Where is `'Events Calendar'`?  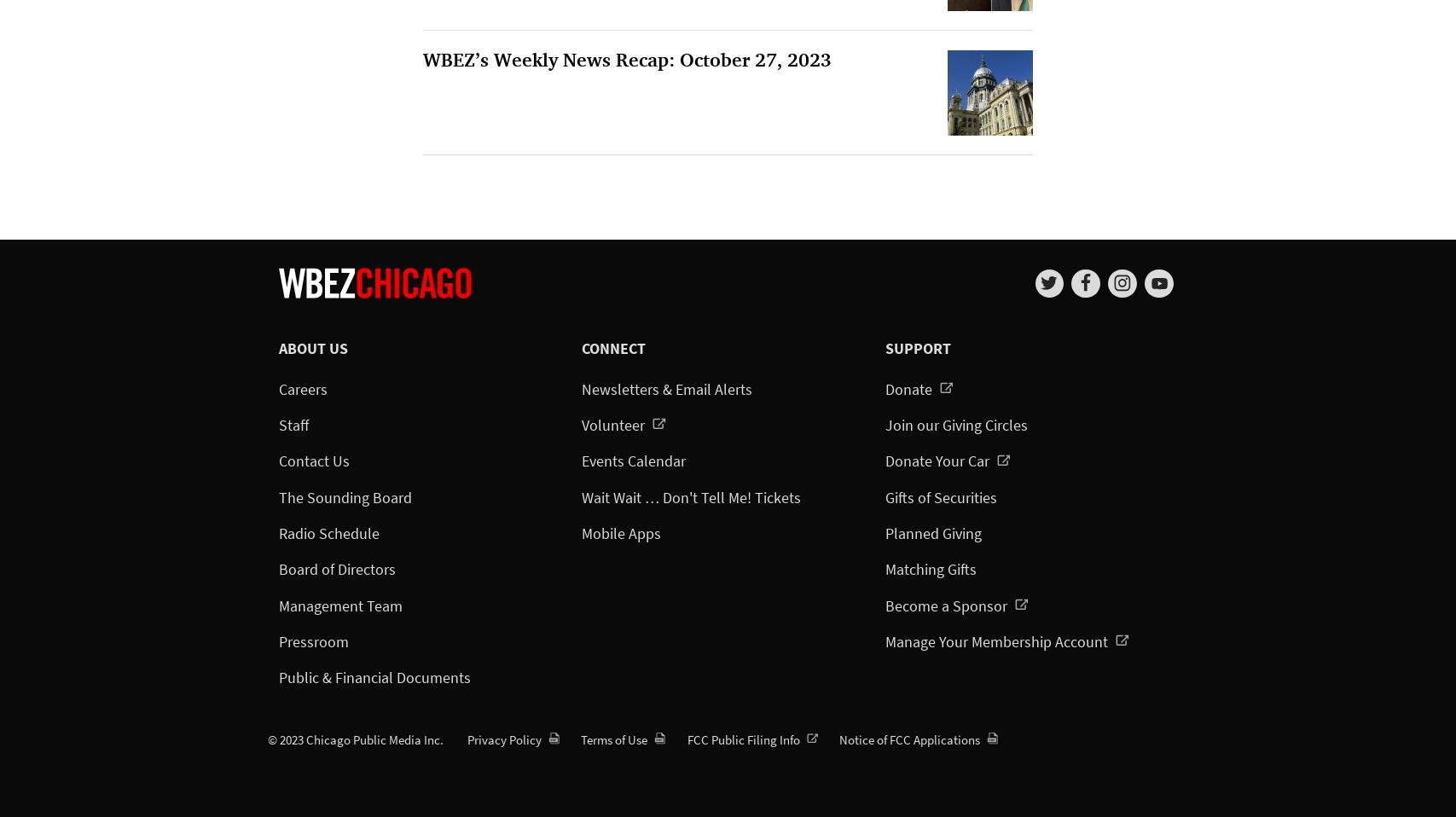 'Events Calendar' is located at coordinates (634, 460).